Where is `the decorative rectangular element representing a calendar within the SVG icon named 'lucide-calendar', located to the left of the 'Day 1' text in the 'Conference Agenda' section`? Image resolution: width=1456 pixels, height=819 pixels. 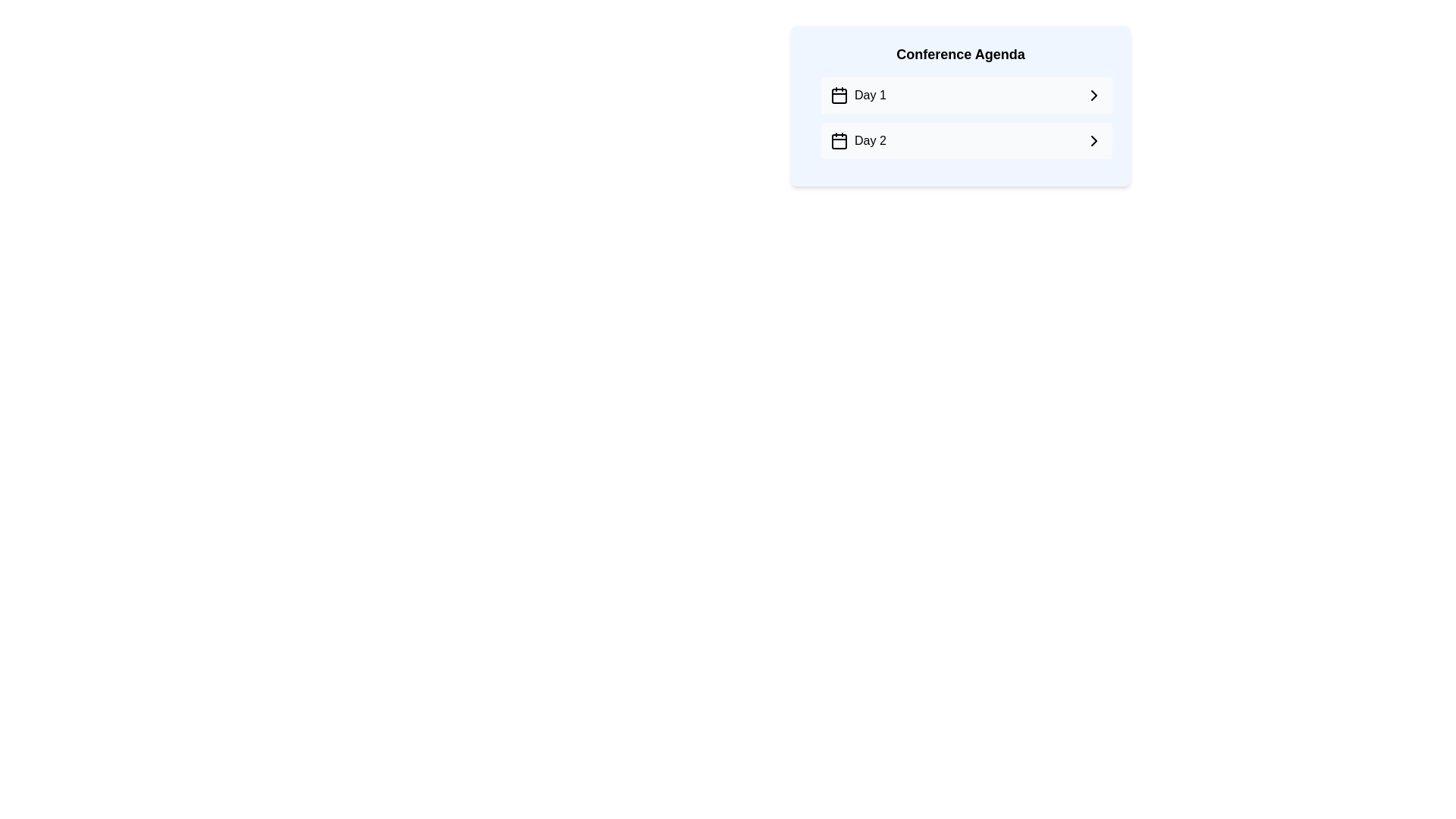
the decorative rectangular element representing a calendar within the SVG icon named 'lucide-calendar', located to the left of the 'Day 1' text in the 'Conference Agenda' section is located at coordinates (839, 96).